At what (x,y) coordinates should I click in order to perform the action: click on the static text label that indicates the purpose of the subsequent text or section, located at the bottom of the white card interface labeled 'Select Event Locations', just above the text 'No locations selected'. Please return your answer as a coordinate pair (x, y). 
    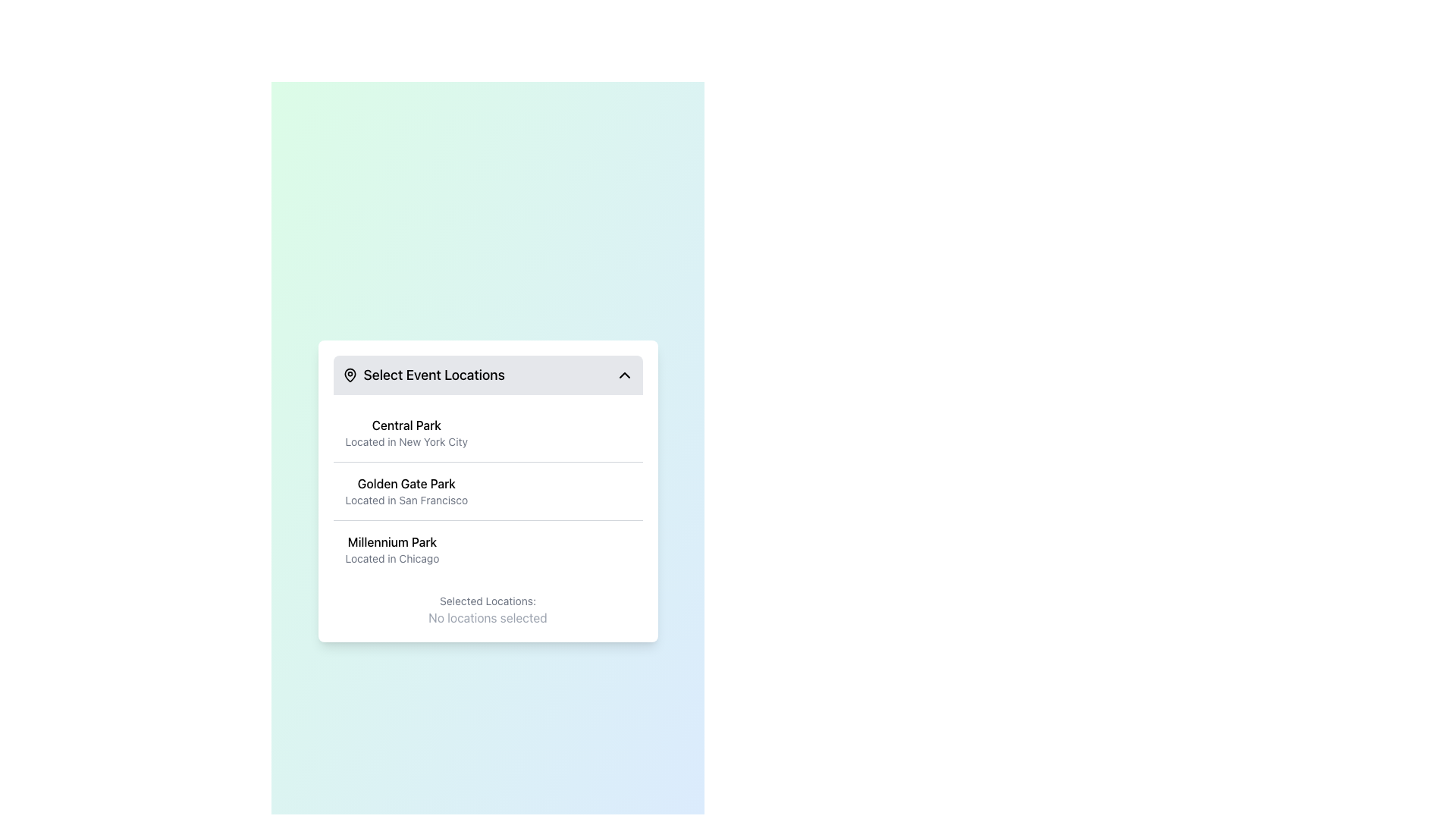
    Looking at the image, I should click on (488, 601).